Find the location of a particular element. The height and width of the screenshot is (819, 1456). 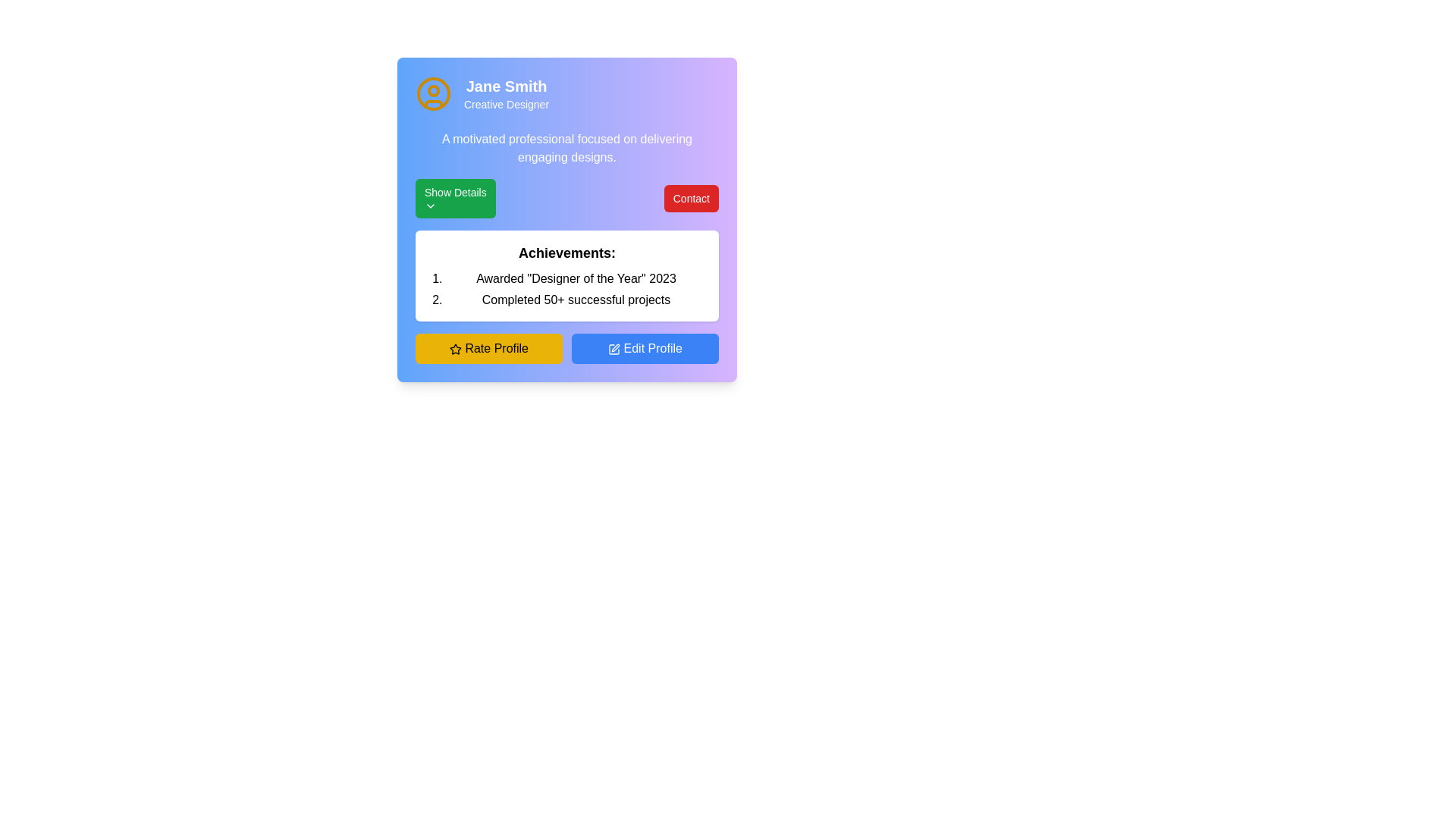

the star icon embedded in the 'Rate Profile' button located at the lower-left area of the profile card is located at coordinates (454, 349).